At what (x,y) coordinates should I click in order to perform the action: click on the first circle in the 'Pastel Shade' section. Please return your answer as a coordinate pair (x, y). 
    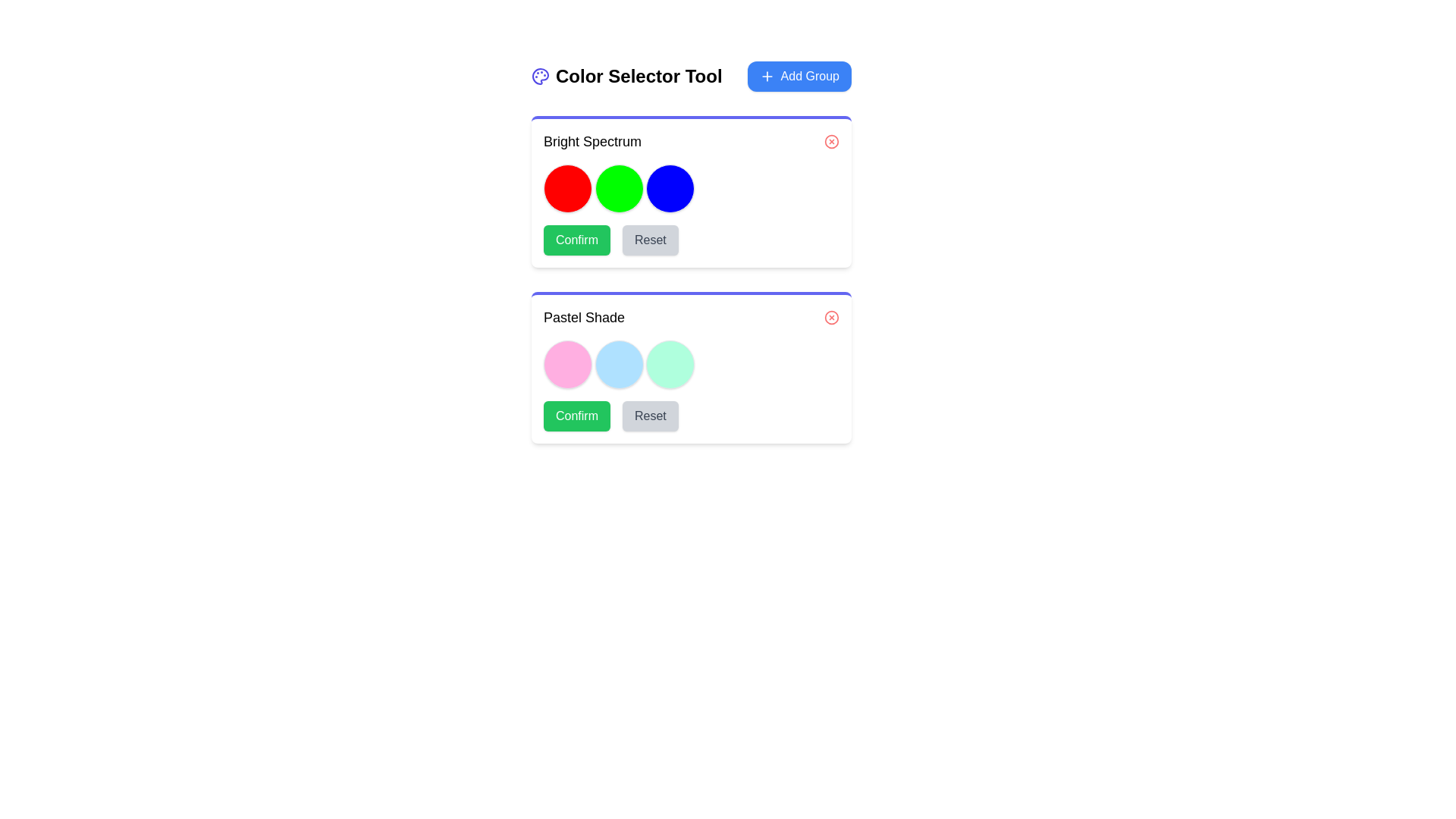
    Looking at the image, I should click on (566, 365).